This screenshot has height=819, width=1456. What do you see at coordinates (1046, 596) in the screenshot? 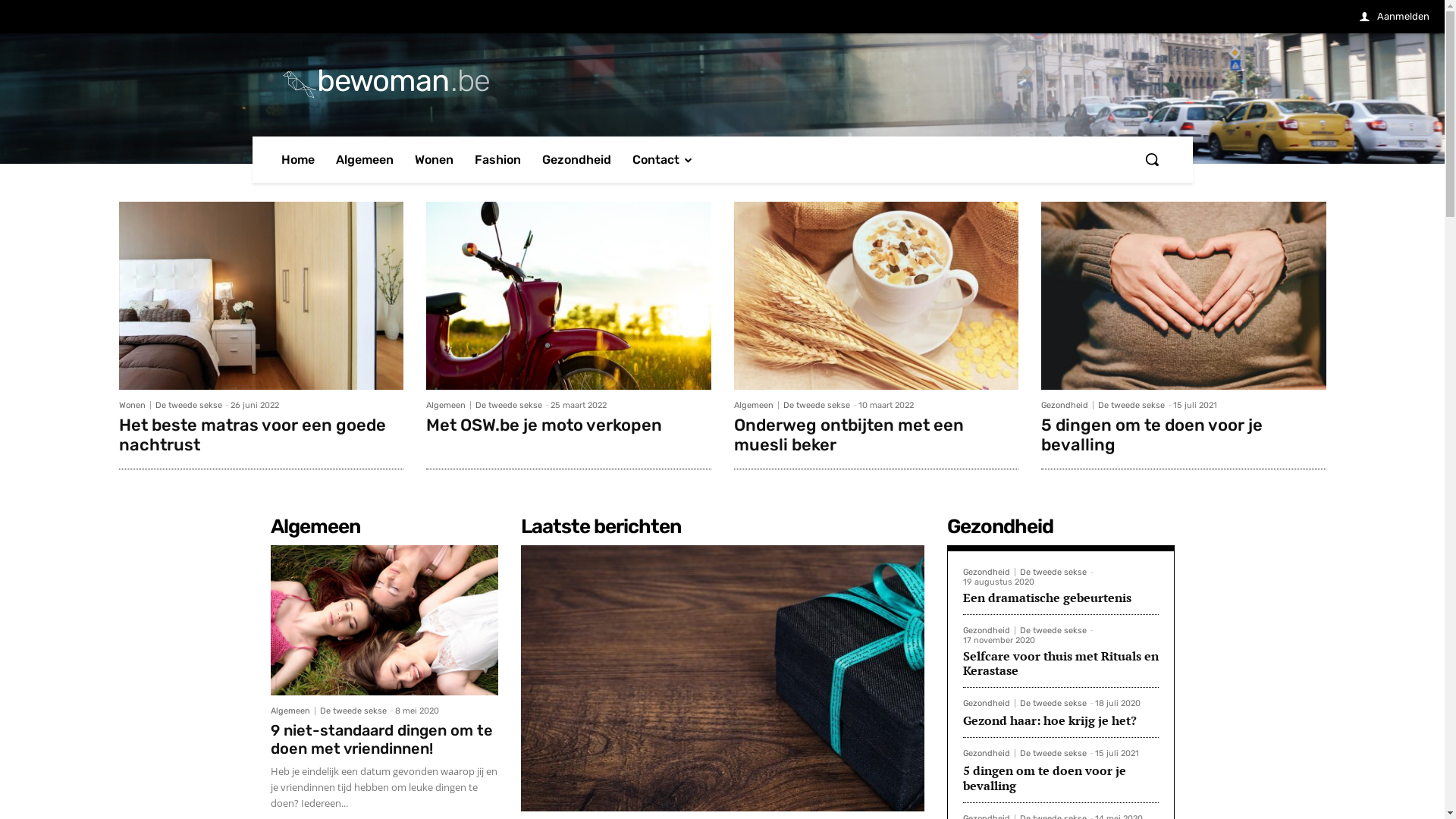
I see `'Een dramatische gebeurtenis'` at bounding box center [1046, 596].